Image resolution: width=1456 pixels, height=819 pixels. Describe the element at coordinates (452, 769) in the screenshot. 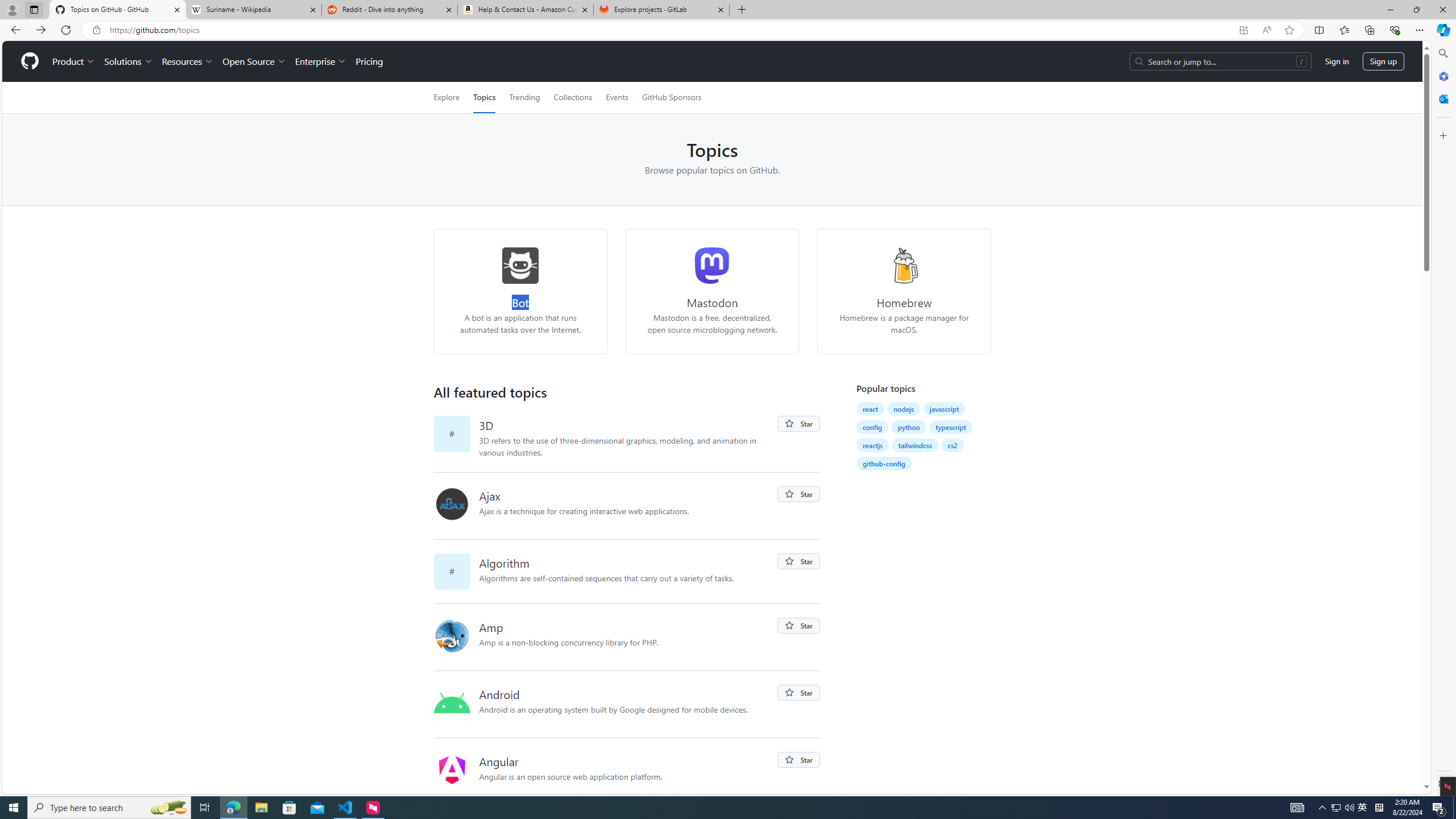

I see `'angular'` at that location.